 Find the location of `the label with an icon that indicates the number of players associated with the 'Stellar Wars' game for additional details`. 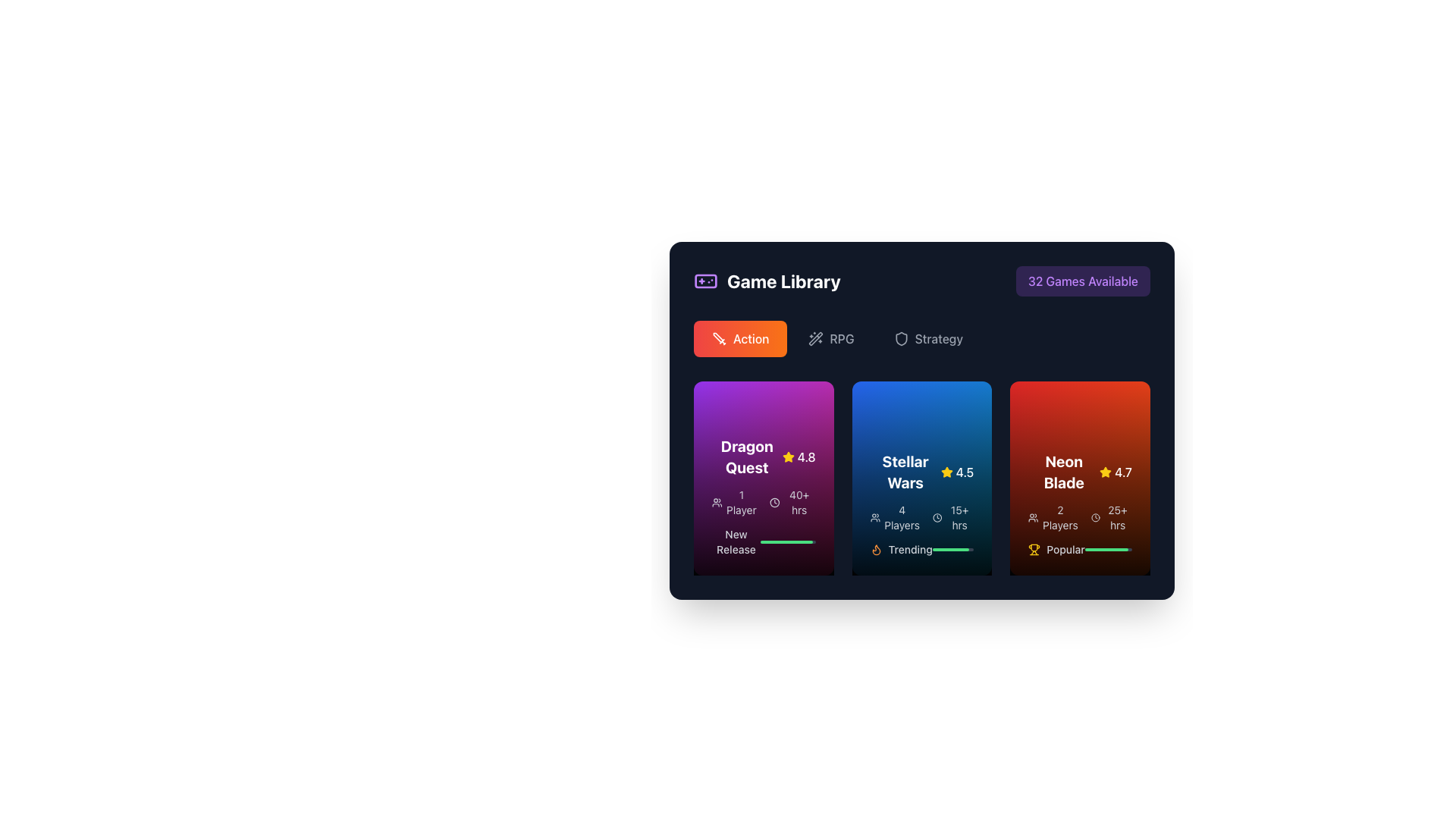

the label with an icon that indicates the number of players associated with the 'Stellar Wars' game for additional details is located at coordinates (895, 516).